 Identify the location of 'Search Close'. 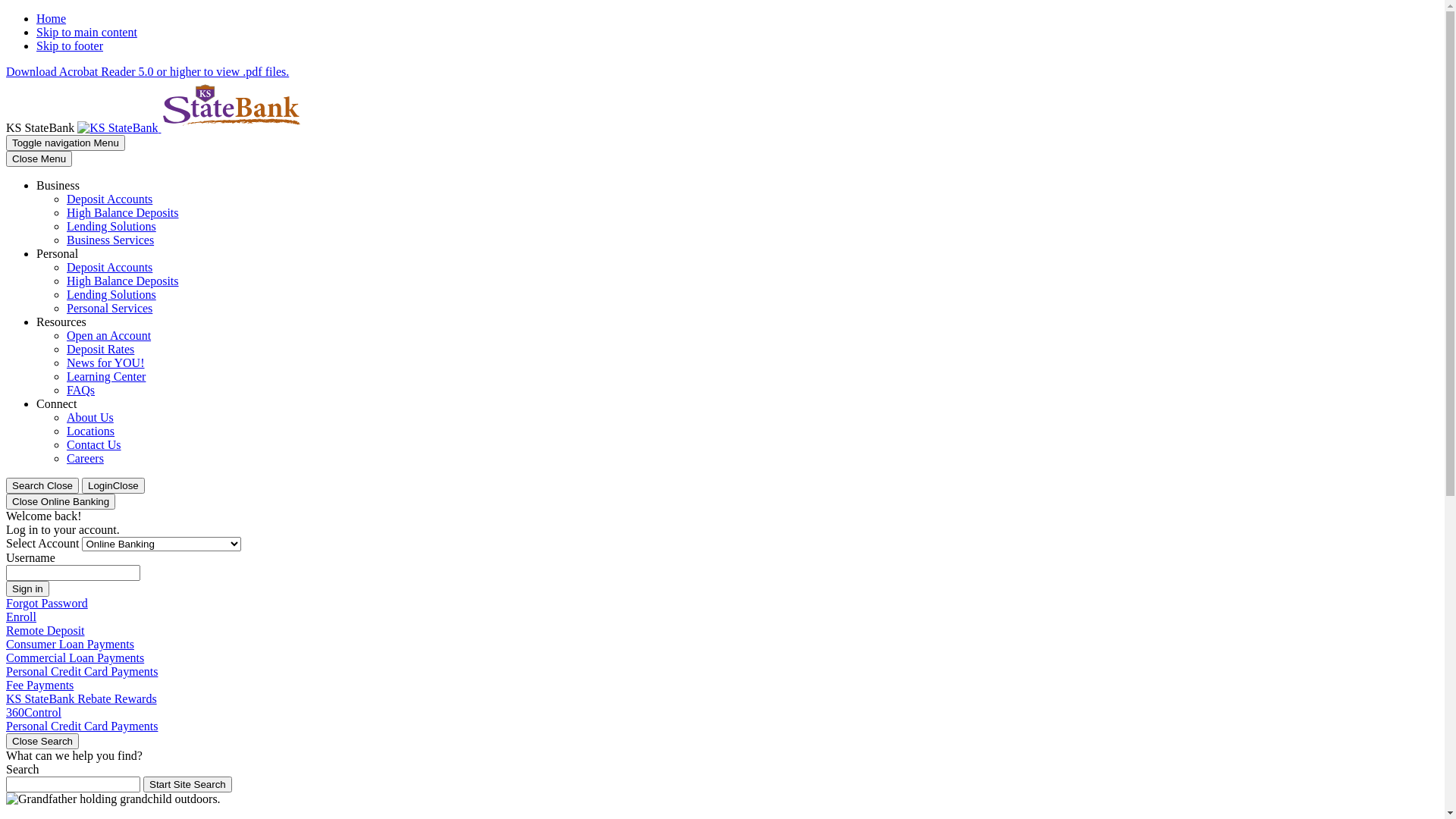
(6, 485).